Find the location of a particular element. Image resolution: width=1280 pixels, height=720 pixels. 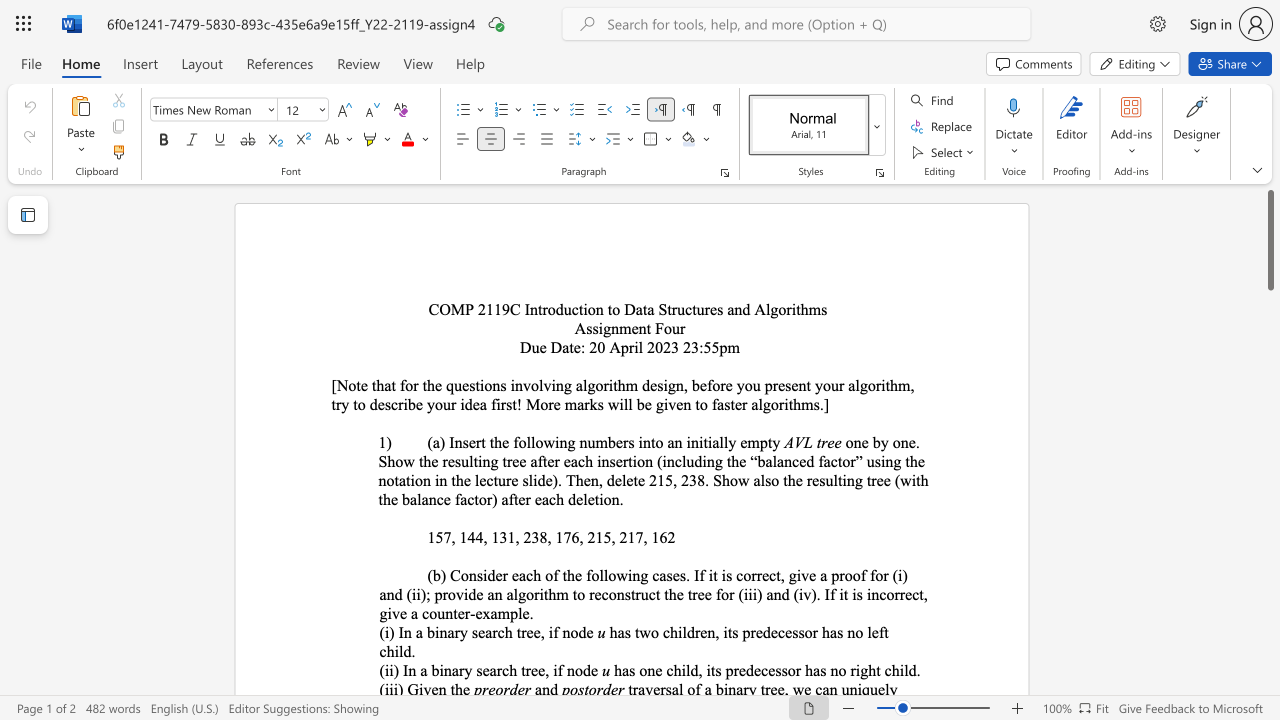

the subset text "y search tree, if no" within the text "(i) In a binary search tree, if node" is located at coordinates (458, 632).